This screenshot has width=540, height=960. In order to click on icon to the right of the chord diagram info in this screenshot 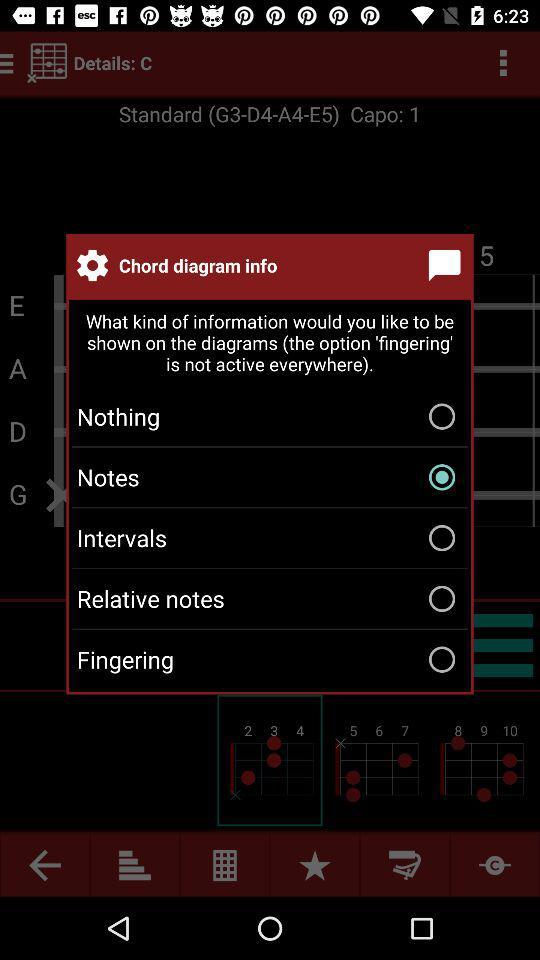, I will do `click(448, 264)`.